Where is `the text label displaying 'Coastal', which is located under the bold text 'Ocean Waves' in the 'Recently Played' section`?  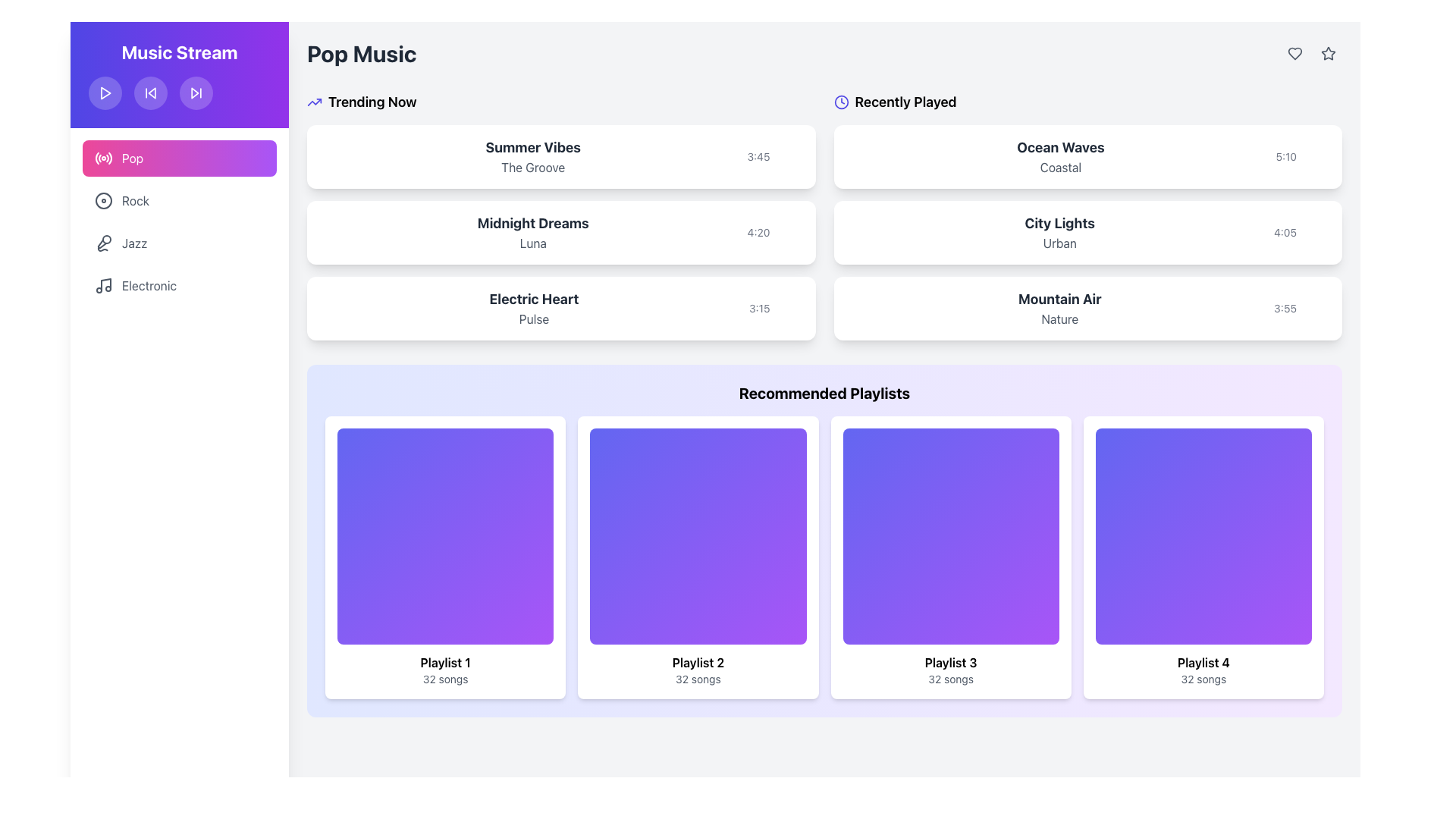 the text label displaying 'Coastal', which is located under the bold text 'Ocean Waves' in the 'Recently Played' section is located at coordinates (1059, 167).